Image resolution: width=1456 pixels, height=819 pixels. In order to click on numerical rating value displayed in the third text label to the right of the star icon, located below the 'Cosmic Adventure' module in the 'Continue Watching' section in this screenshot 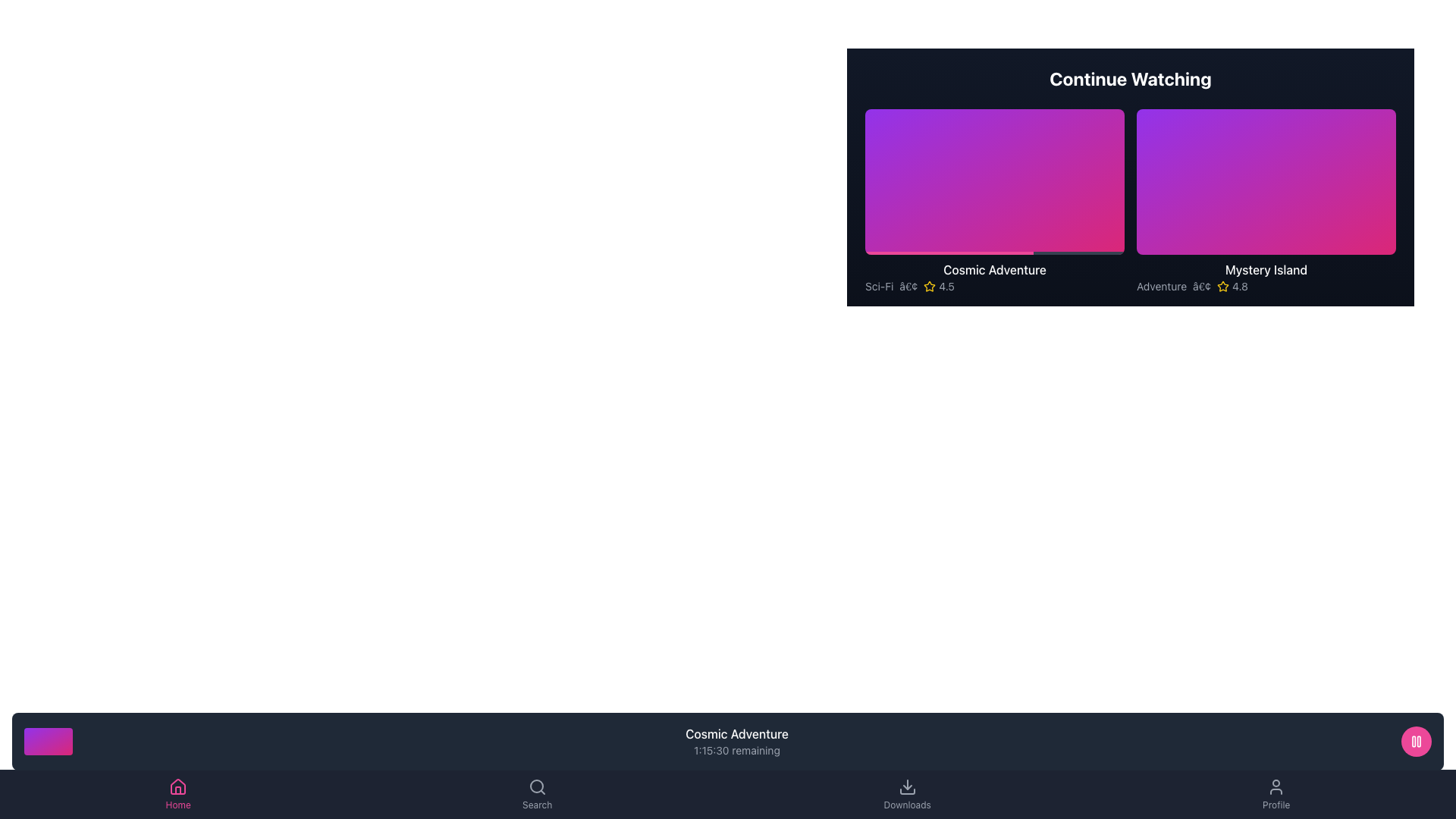, I will do `click(946, 287)`.